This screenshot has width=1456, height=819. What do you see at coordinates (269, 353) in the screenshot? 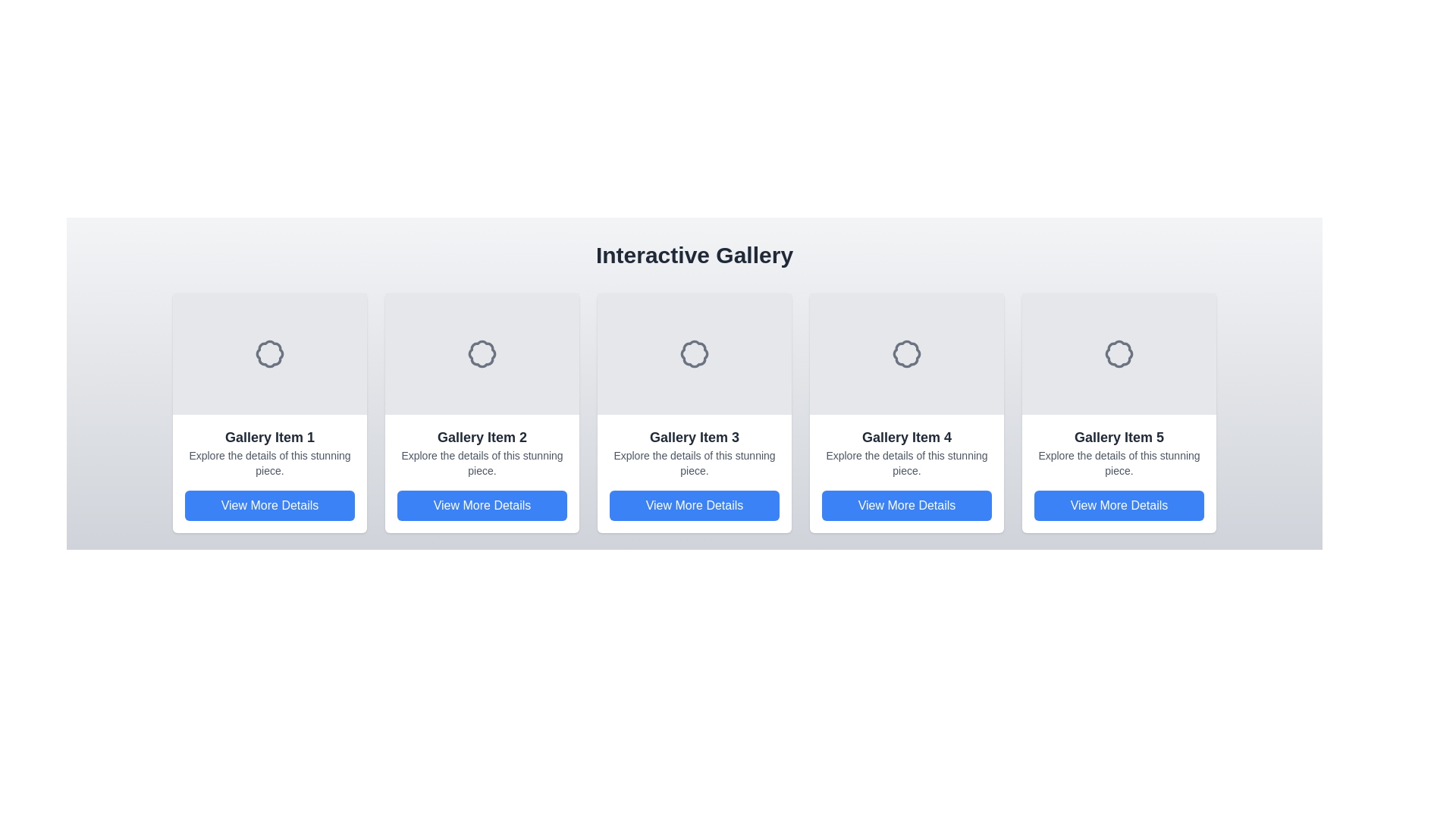
I see `the badge icon with a gray border located in the upper section of the card labeled 'Gallery Item 1'` at bounding box center [269, 353].